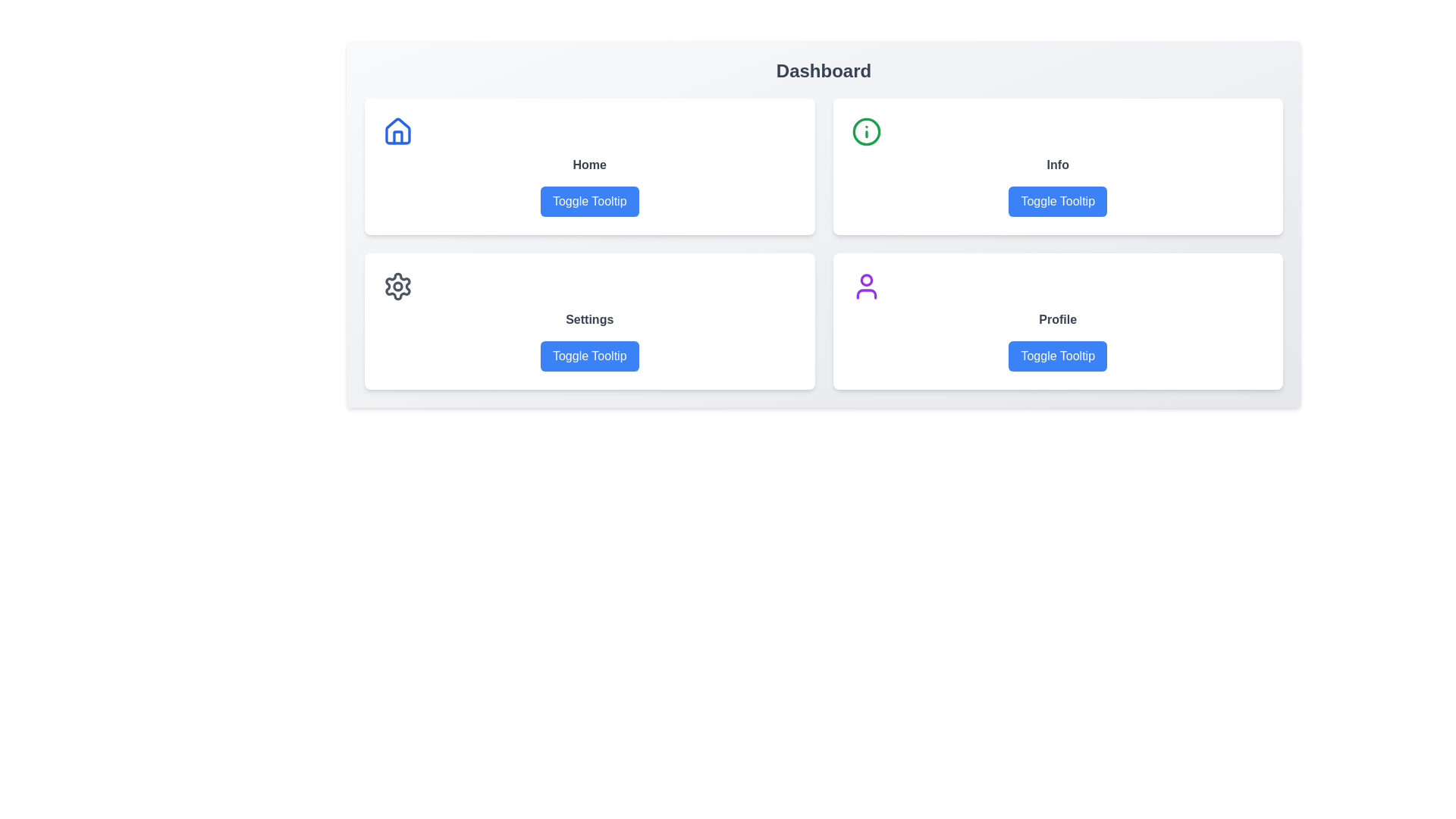 This screenshot has width=1456, height=819. I want to click on the circular informational SVG icon with a green stroke and 'i' symbol located in the top right quadrant of the user interface, adjacent to the 'Toggle Tooltip' button, so click(866, 130).